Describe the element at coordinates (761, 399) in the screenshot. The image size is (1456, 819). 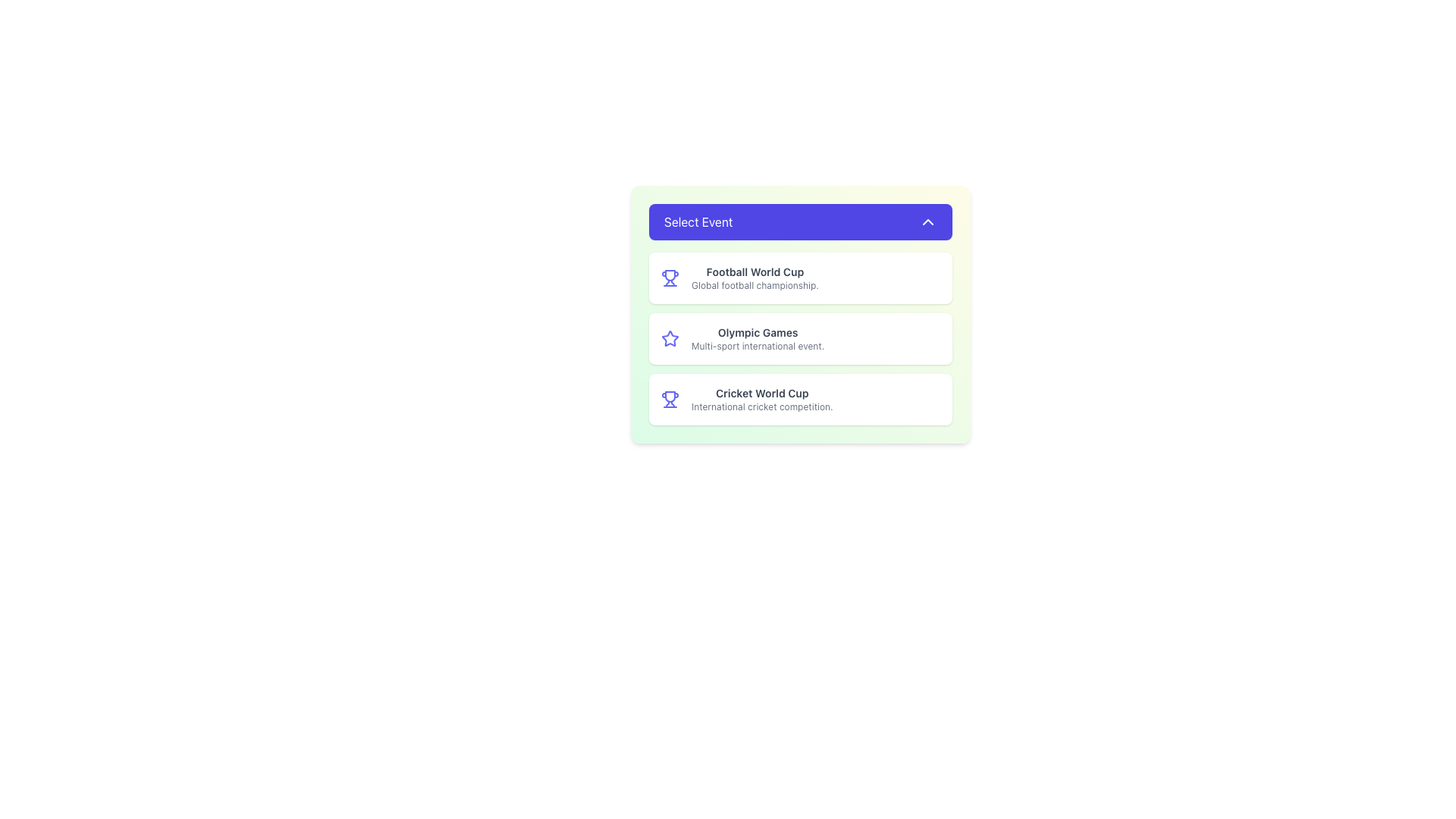
I see `the selectable list item titled 'Cricket World Cup'` at that location.